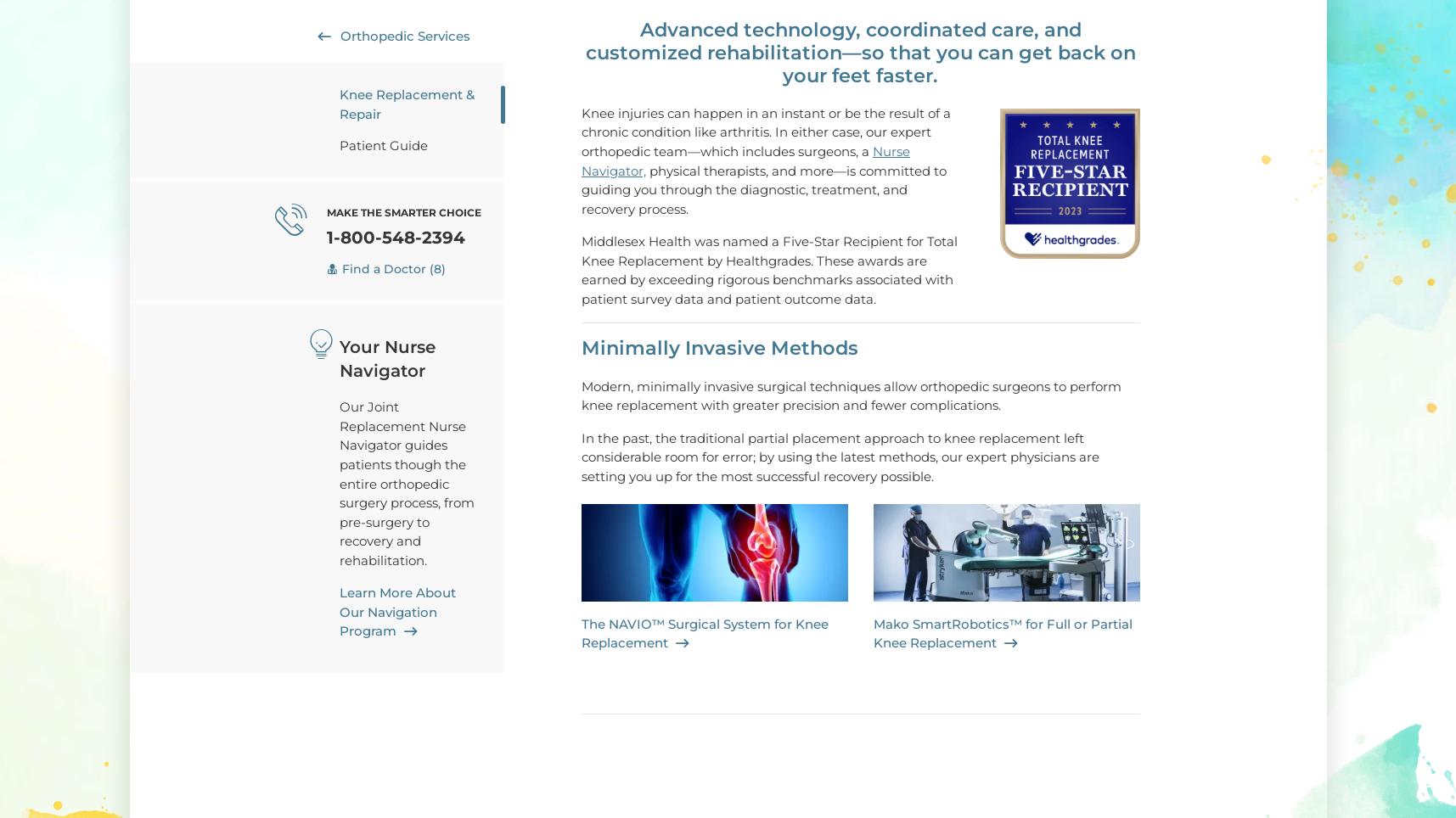 This screenshot has height=818, width=1456. What do you see at coordinates (581, 188) in the screenshot?
I see `'physical therapists, and more—is committed to guiding you through the diagnostic, treatment, and recovery process.'` at bounding box center [581, 188].